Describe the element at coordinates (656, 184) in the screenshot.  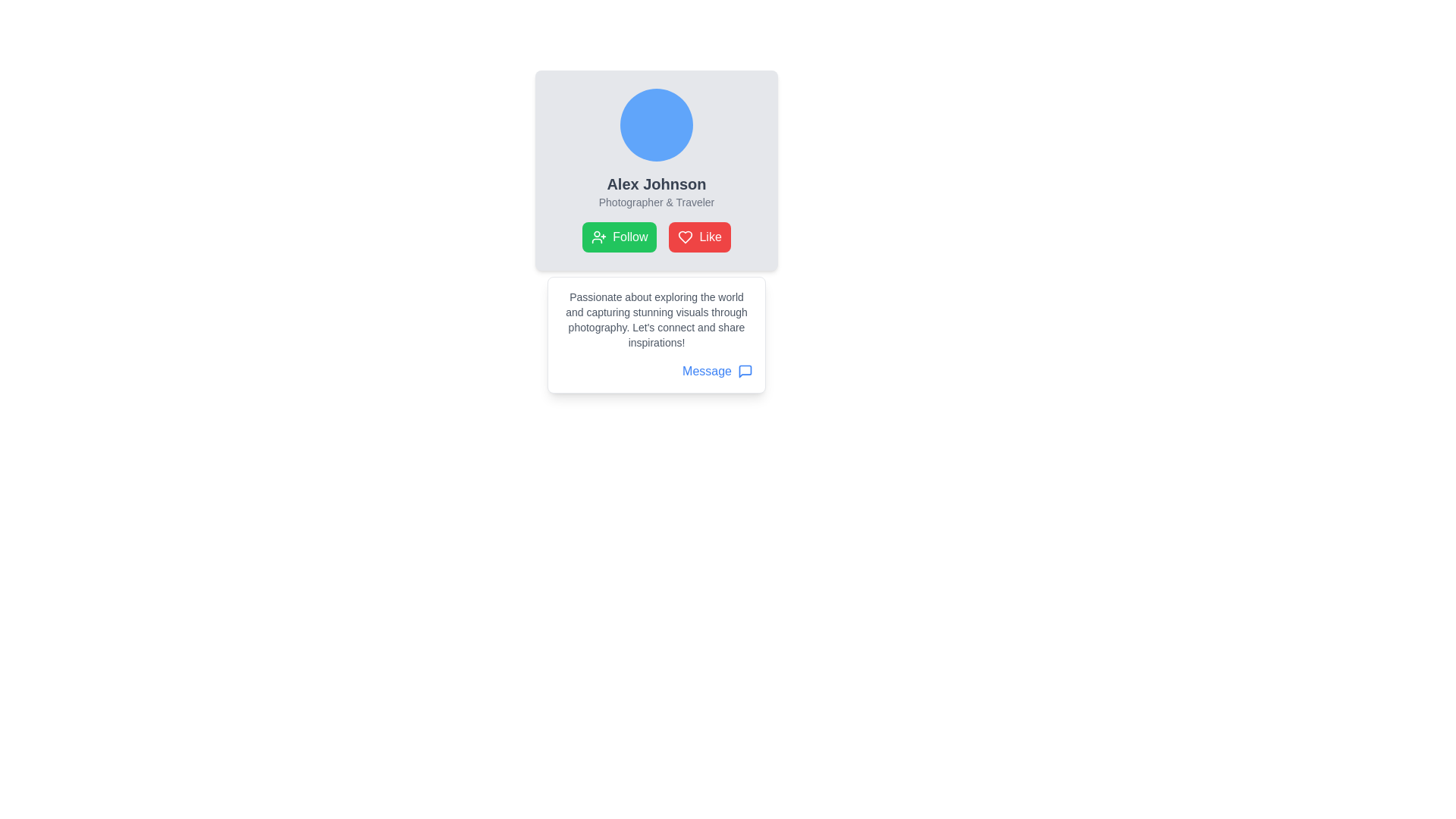
I see `the bold, large dark gray text displaying 'Alex Johnson', which is the primary identification of the profile, located below the avatar image and above the subtitle text 'Photographer & Traveler'` at that location.